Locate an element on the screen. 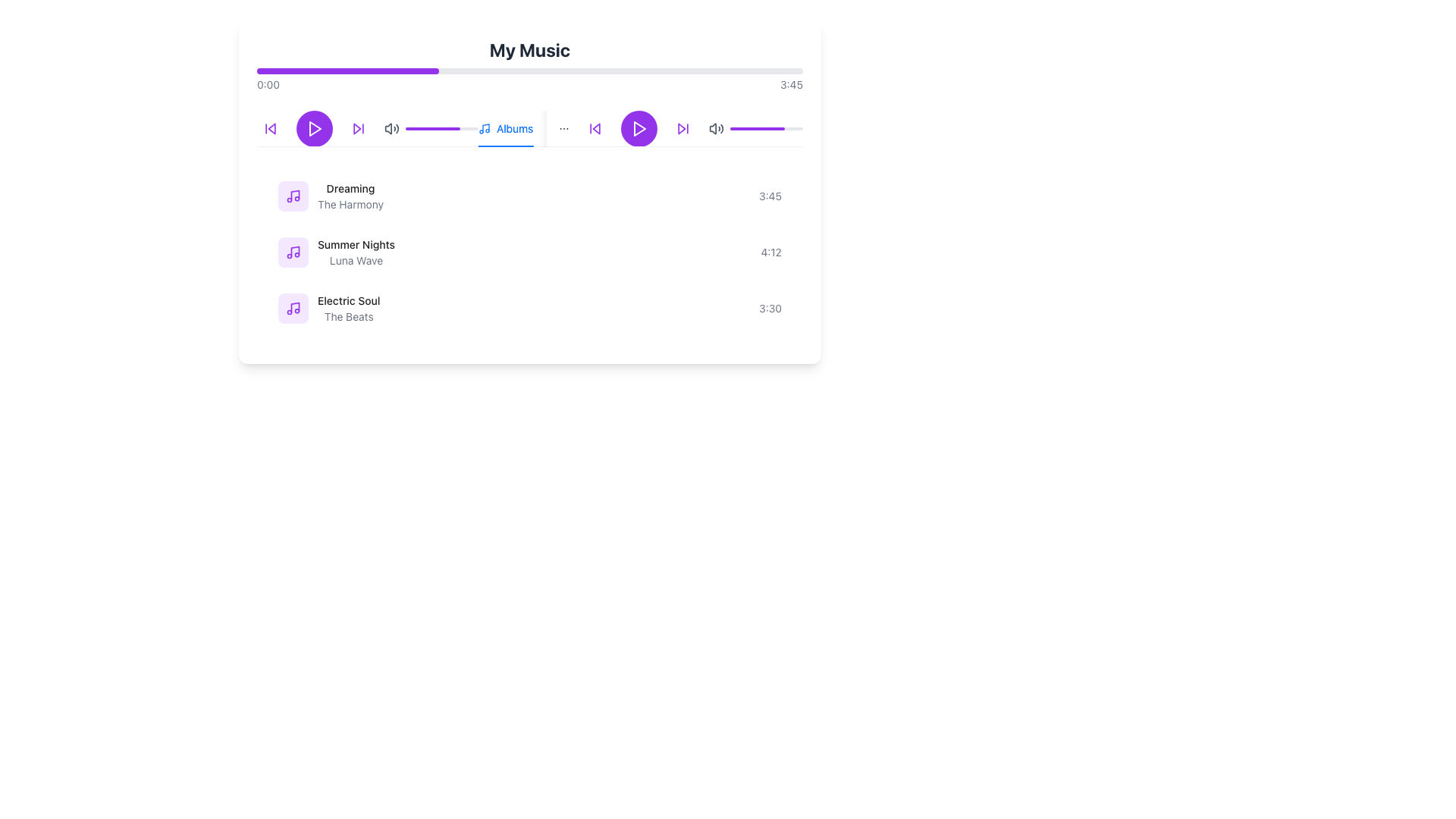 The width and height of the screenshot is (1456, 819). the circular button with a purple border and white background that contains a purple forward arrow icon is located at coordinates (682, 127).